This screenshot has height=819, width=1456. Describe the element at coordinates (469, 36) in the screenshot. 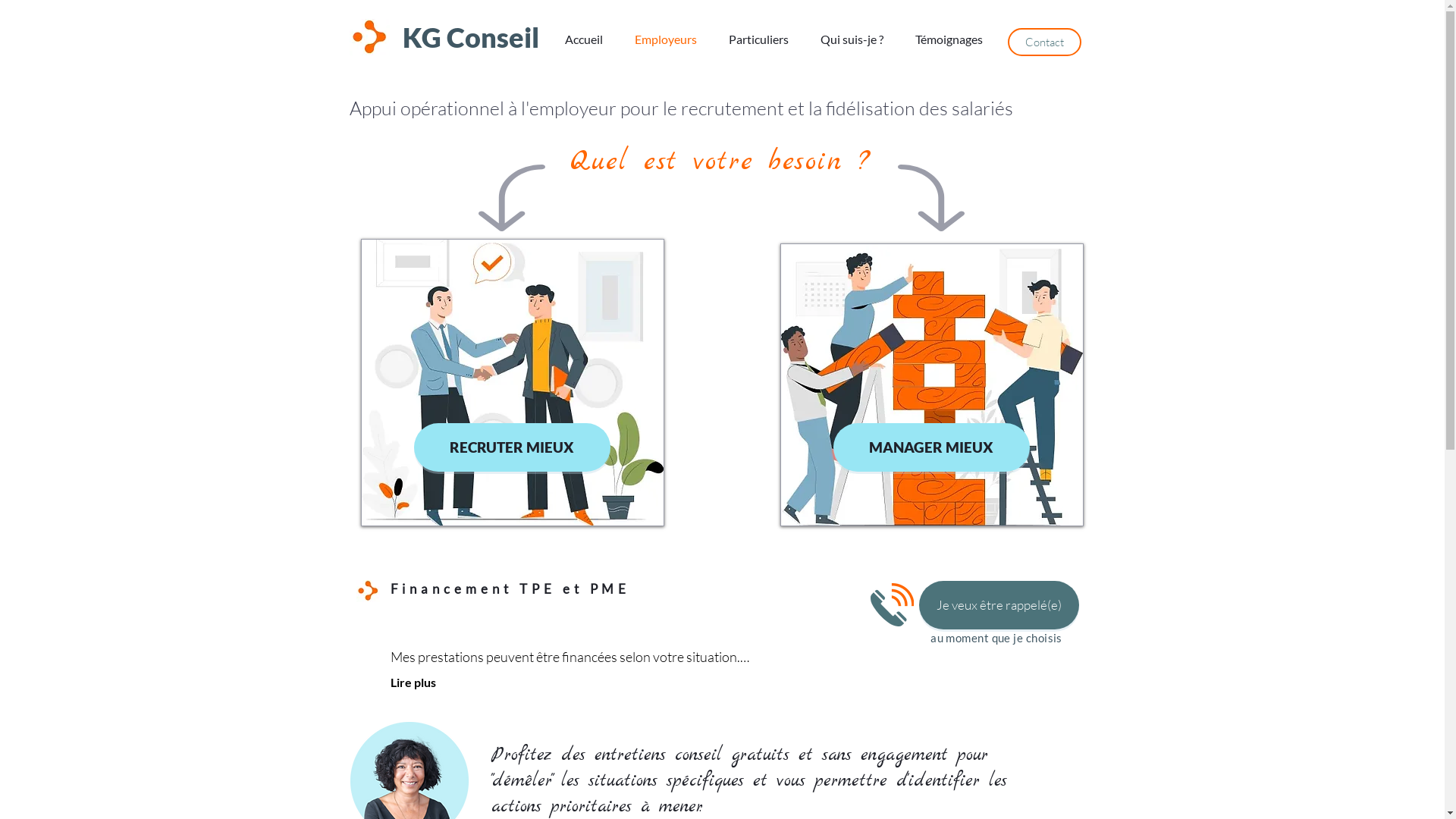

I see `'KG Conseil'` at that location.